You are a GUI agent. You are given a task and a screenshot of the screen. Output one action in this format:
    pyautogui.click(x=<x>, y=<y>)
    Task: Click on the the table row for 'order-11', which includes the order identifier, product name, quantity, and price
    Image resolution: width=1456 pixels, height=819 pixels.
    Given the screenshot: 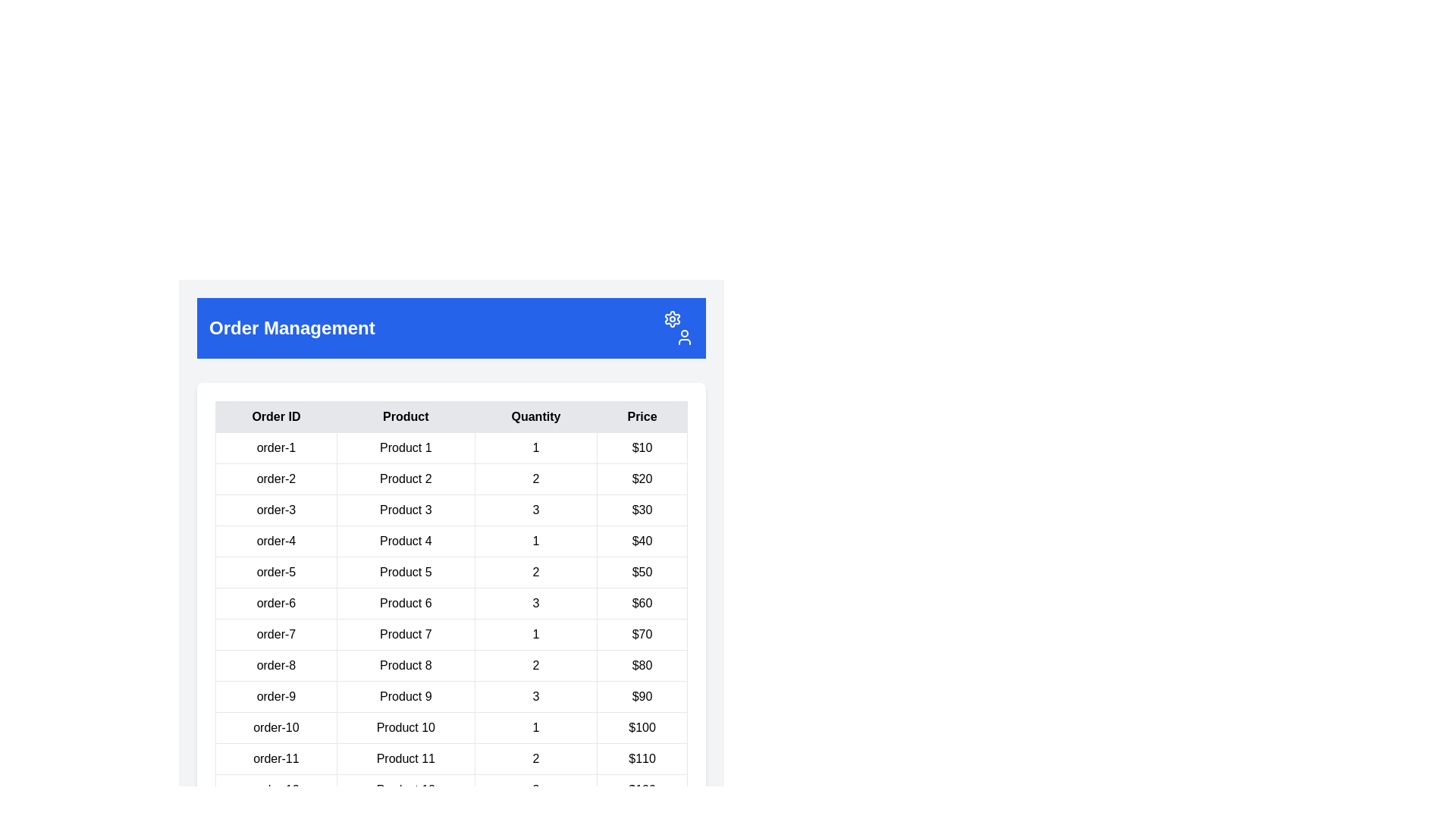 What is the action you would take?
    pyautogui.click(x=450, y=759)
    